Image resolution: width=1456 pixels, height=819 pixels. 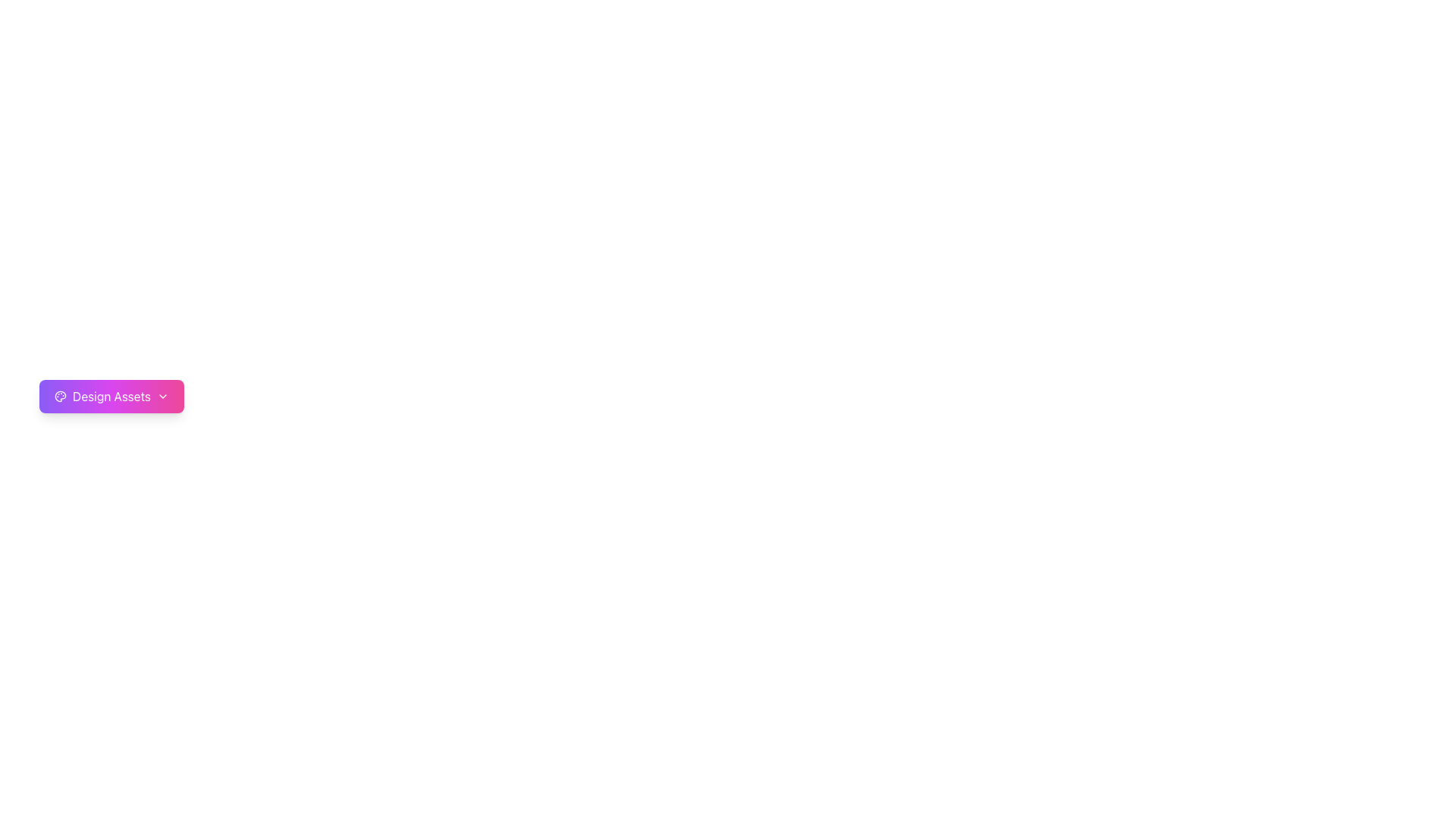 I want to click on the downward-facing chevron icon within the 'Design Assets' button to observe the animation, so click(x=163, y=396).